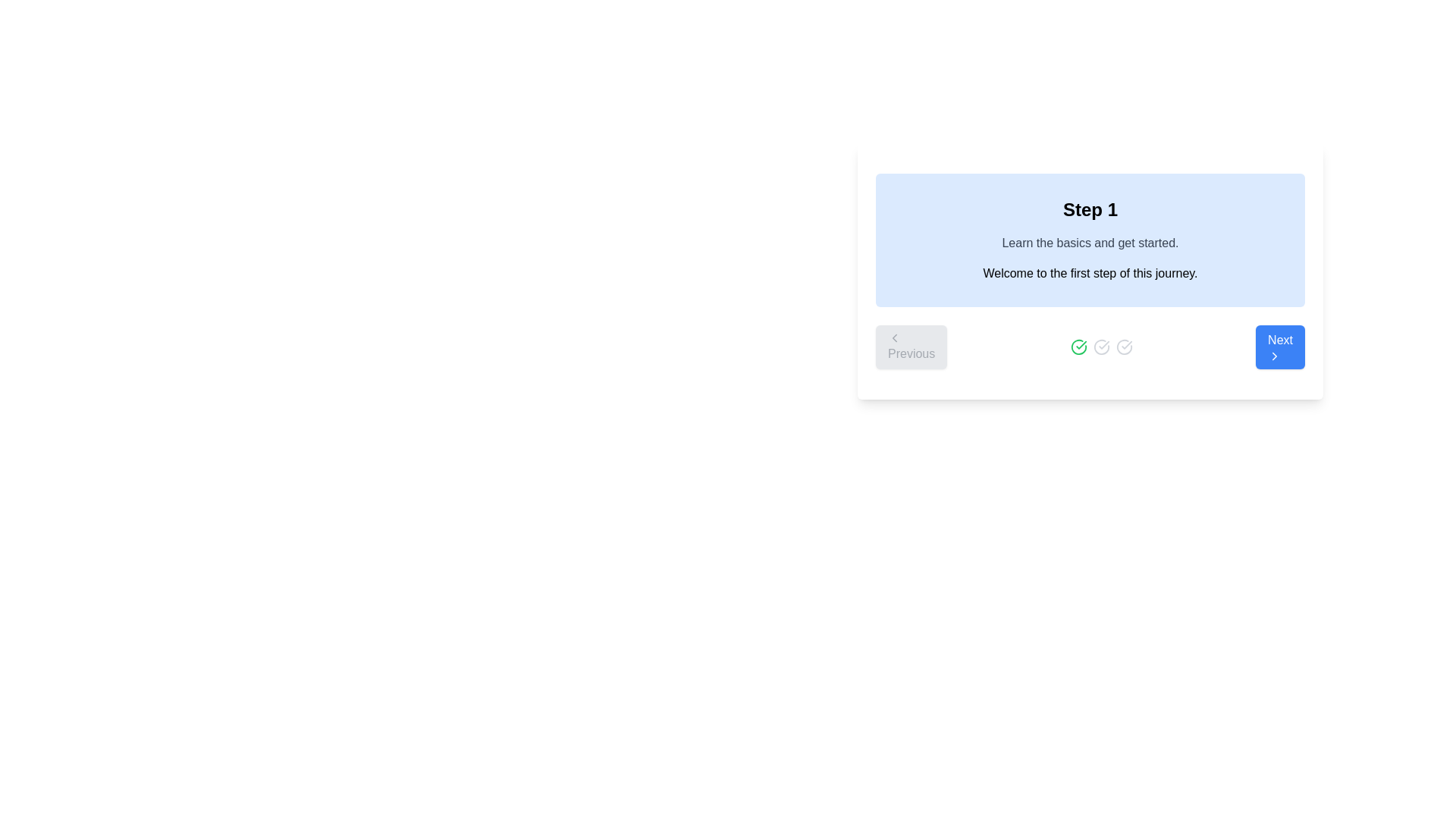 The image size is (1456, 819). What do you see at coordinates (1078, 347) in the screenshot?
I see `the circular icon with a green checkmark that symbolizes a completed action, located at the bottom of the interface, slightly to the left of center` at bounding box center [1078, 347].